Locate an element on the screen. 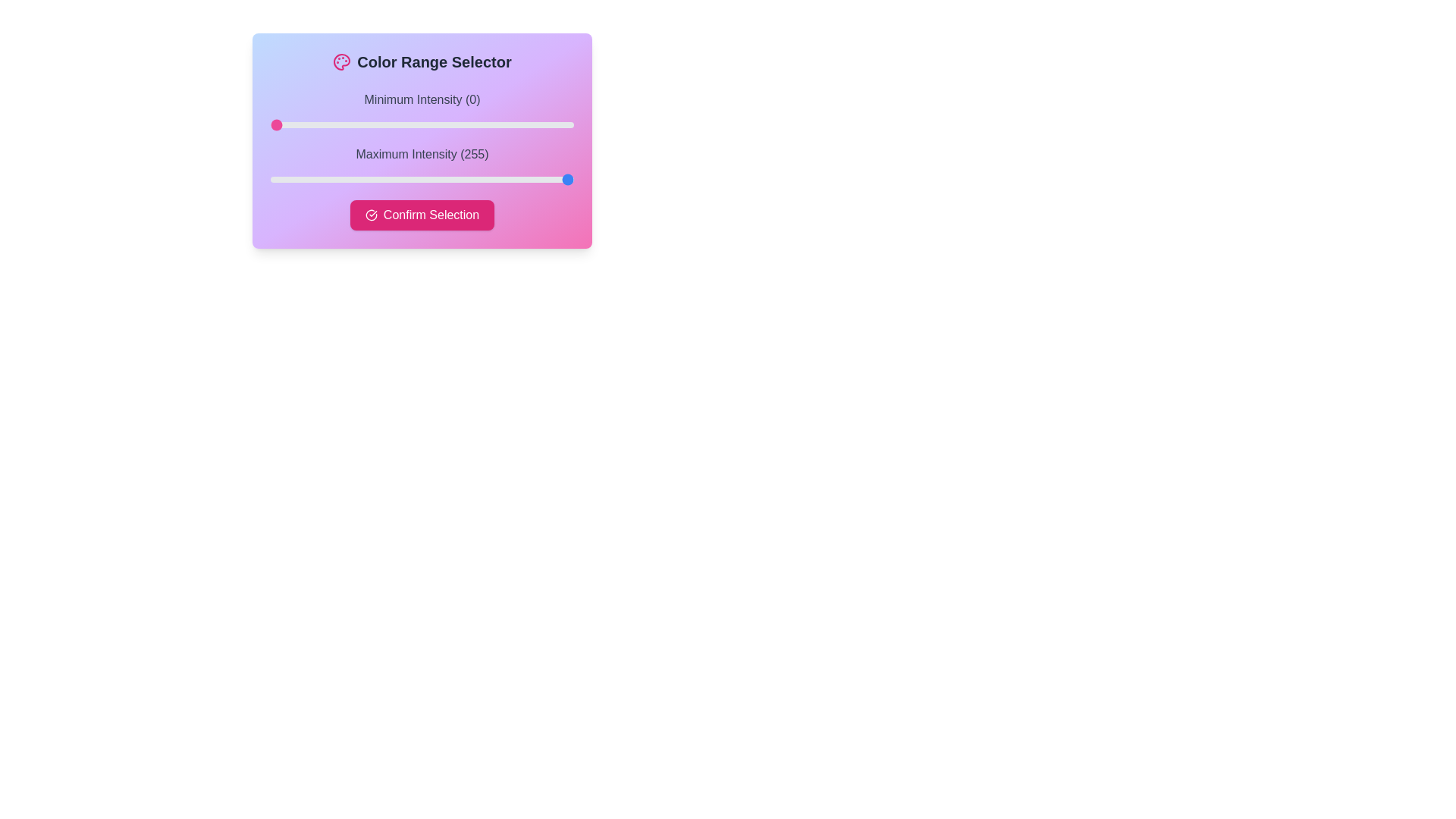 This screenshot has height=819, width=1456. the 'Confirm Selection' button is located at coordinates (422, 215).